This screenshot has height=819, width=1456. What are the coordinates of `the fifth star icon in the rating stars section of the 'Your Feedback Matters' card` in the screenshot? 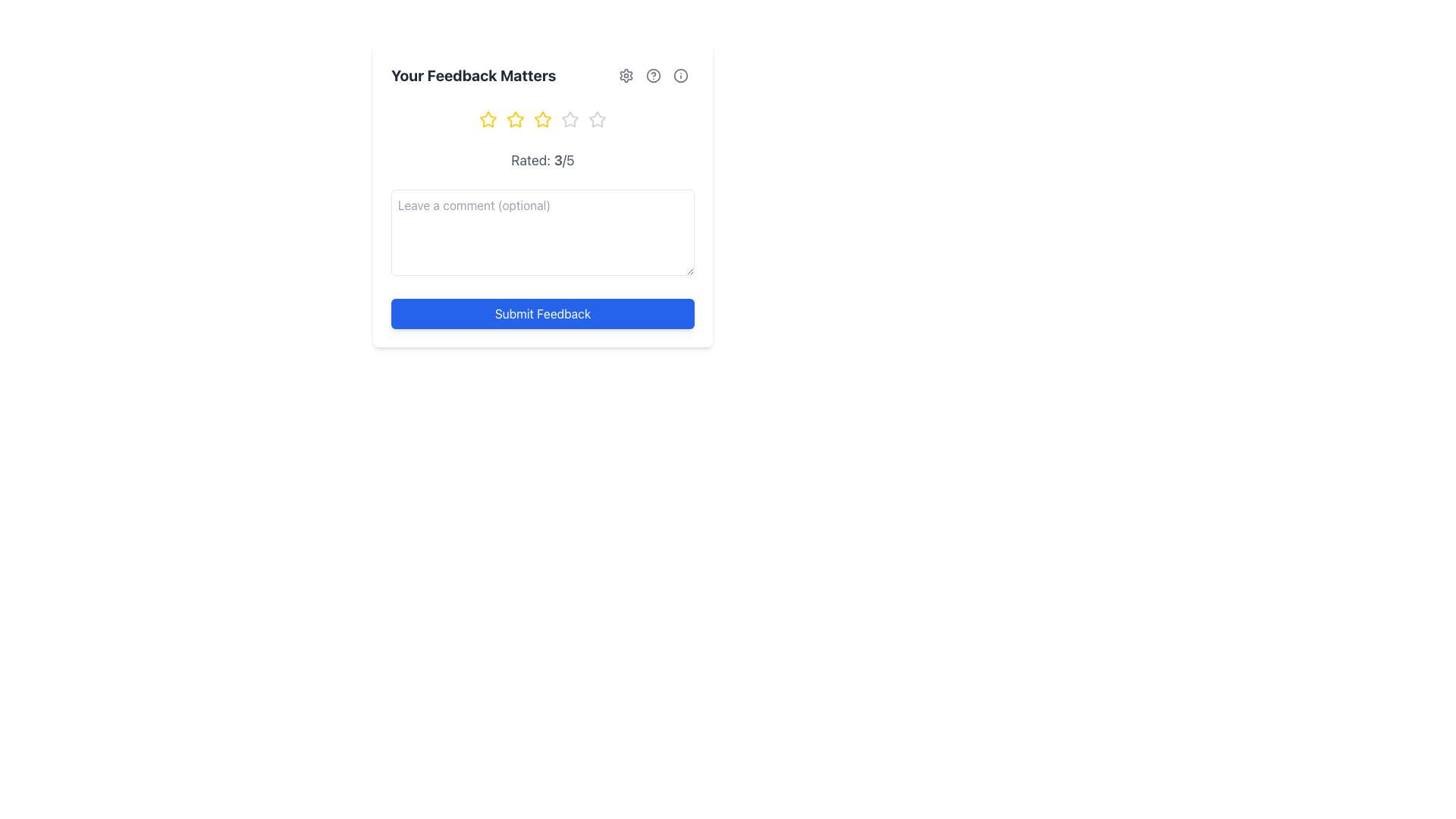 It's located at (596, 119).